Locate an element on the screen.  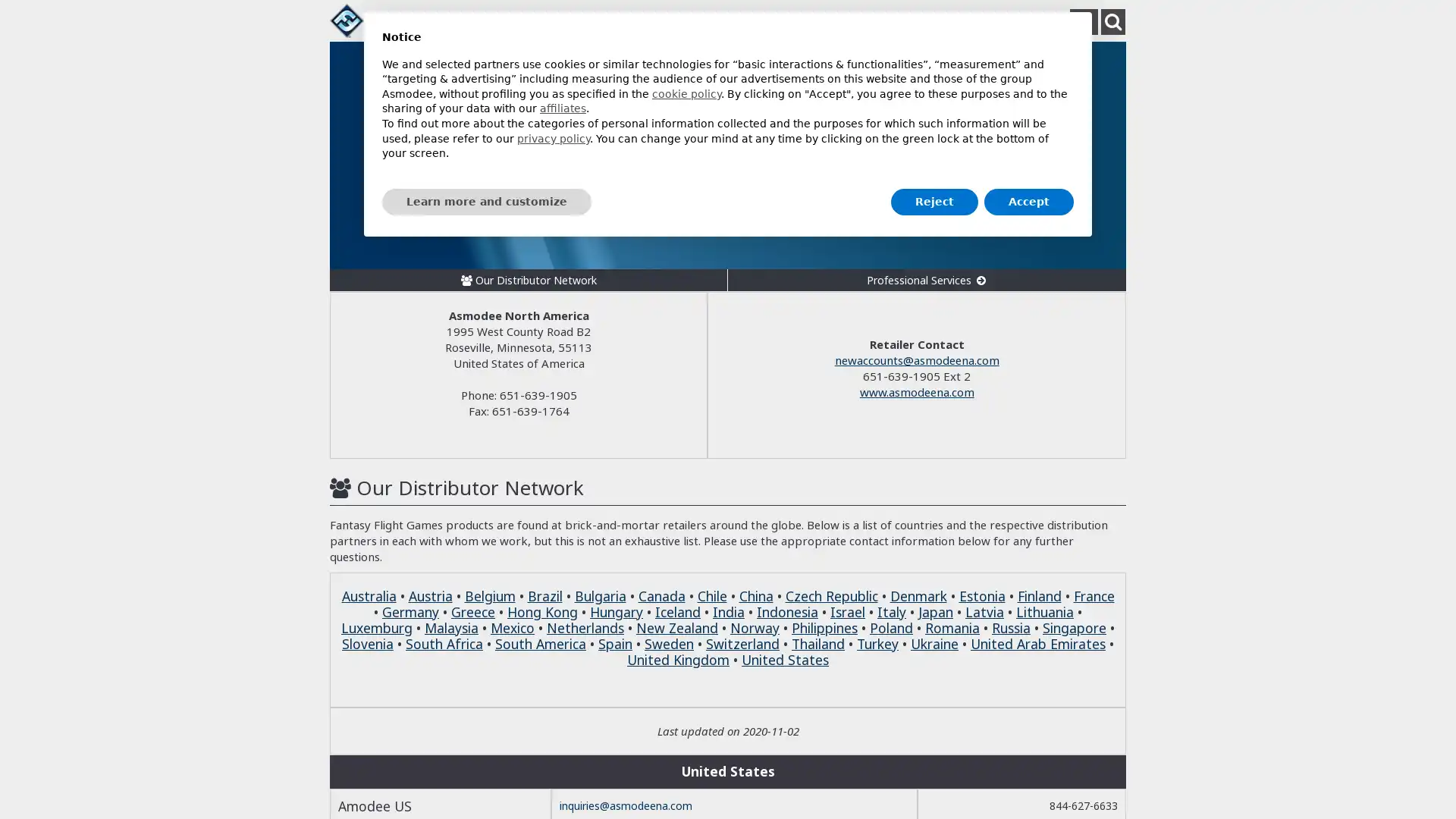
Accept is located at coordinates (1029, 201).